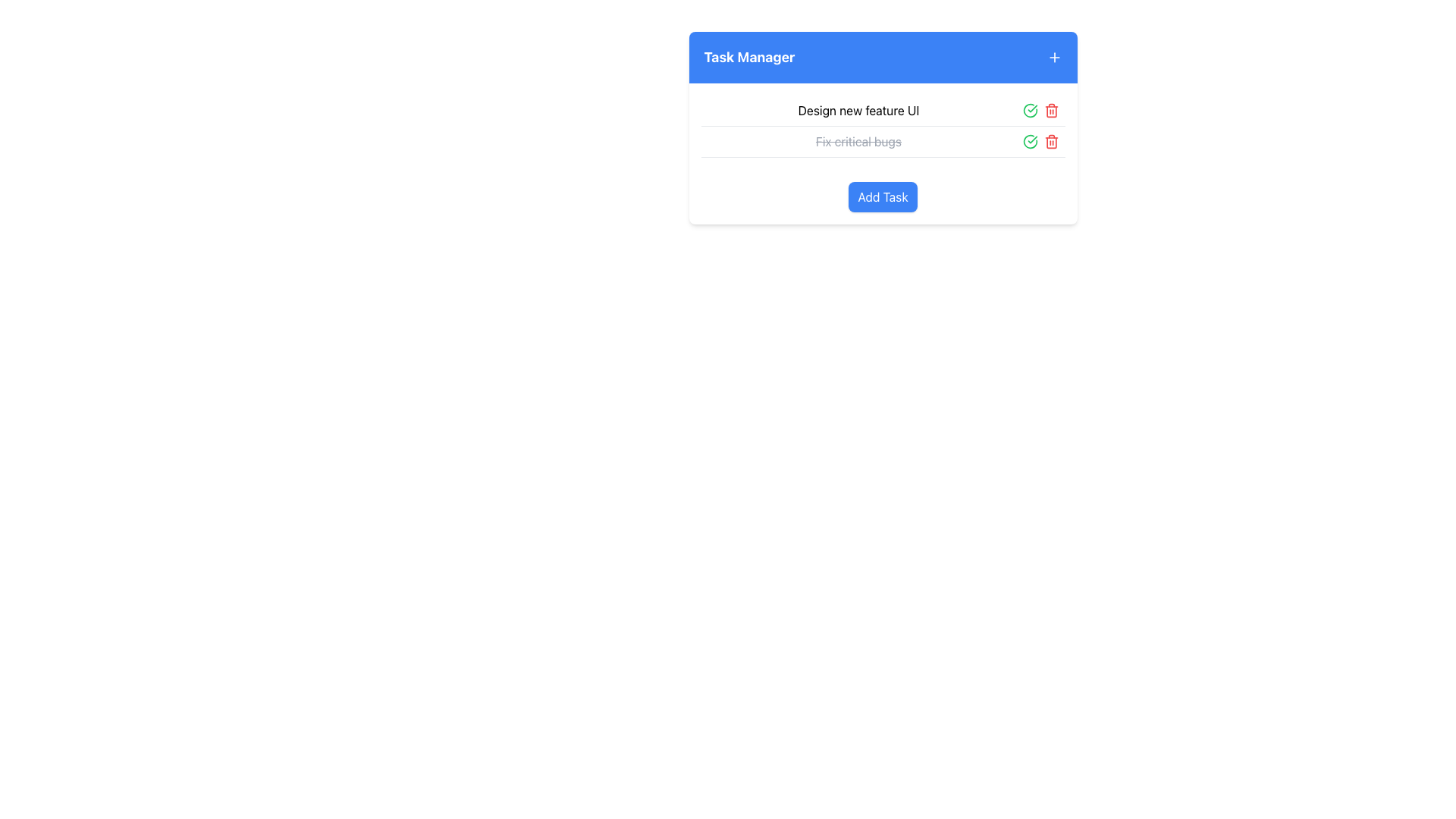 The image size is (1456, 819). What do you see at coordinates (1040, 110) in the screenshot?
I see `the green checkmark icon in the horizontal group of icon-based buttons to mark the task 'Design new feature UI' as complete` at bounding box center [1040, 110].